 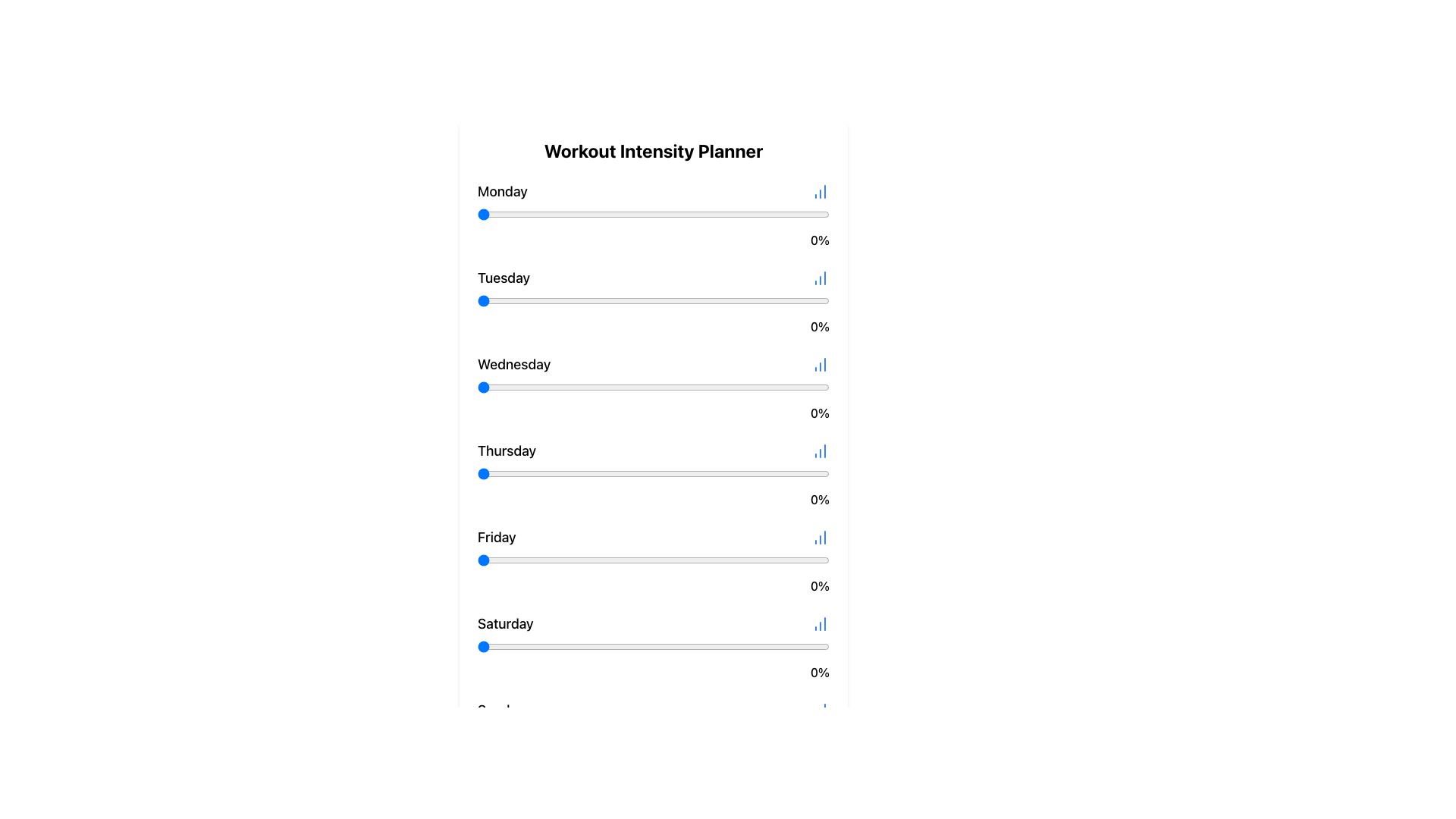 What do you see at coordinates (819, 537) in the screenshot?
I see `the chart icon located to the far right side of the 'Friday' row, which is styled in blue and represents data with vertical bars` at bounding box center [819, 537].